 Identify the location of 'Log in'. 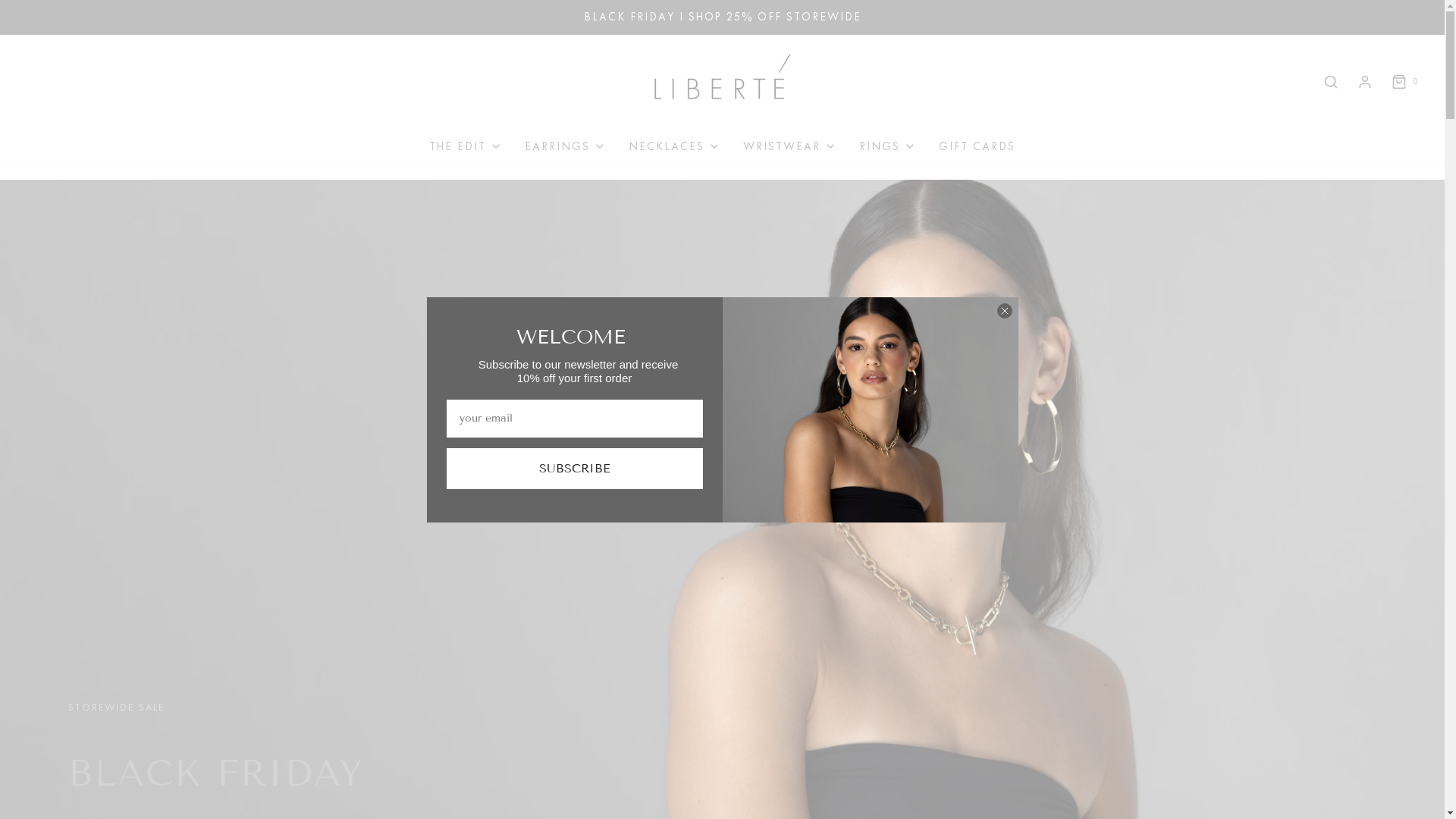
(1365, 82).